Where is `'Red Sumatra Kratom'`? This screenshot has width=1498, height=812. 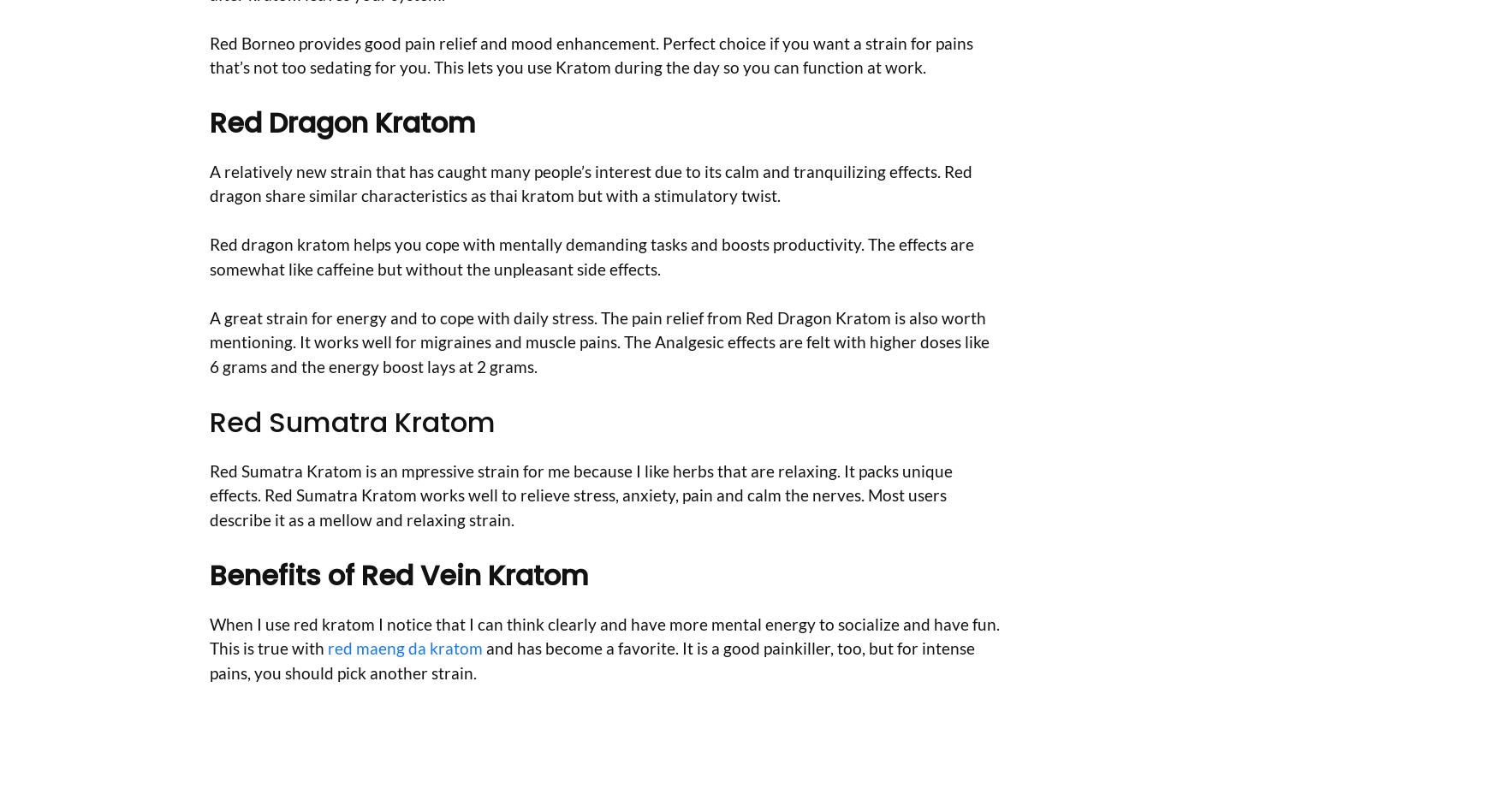
'Red Sumatra Kratom' is located at coordinates (351, 420).